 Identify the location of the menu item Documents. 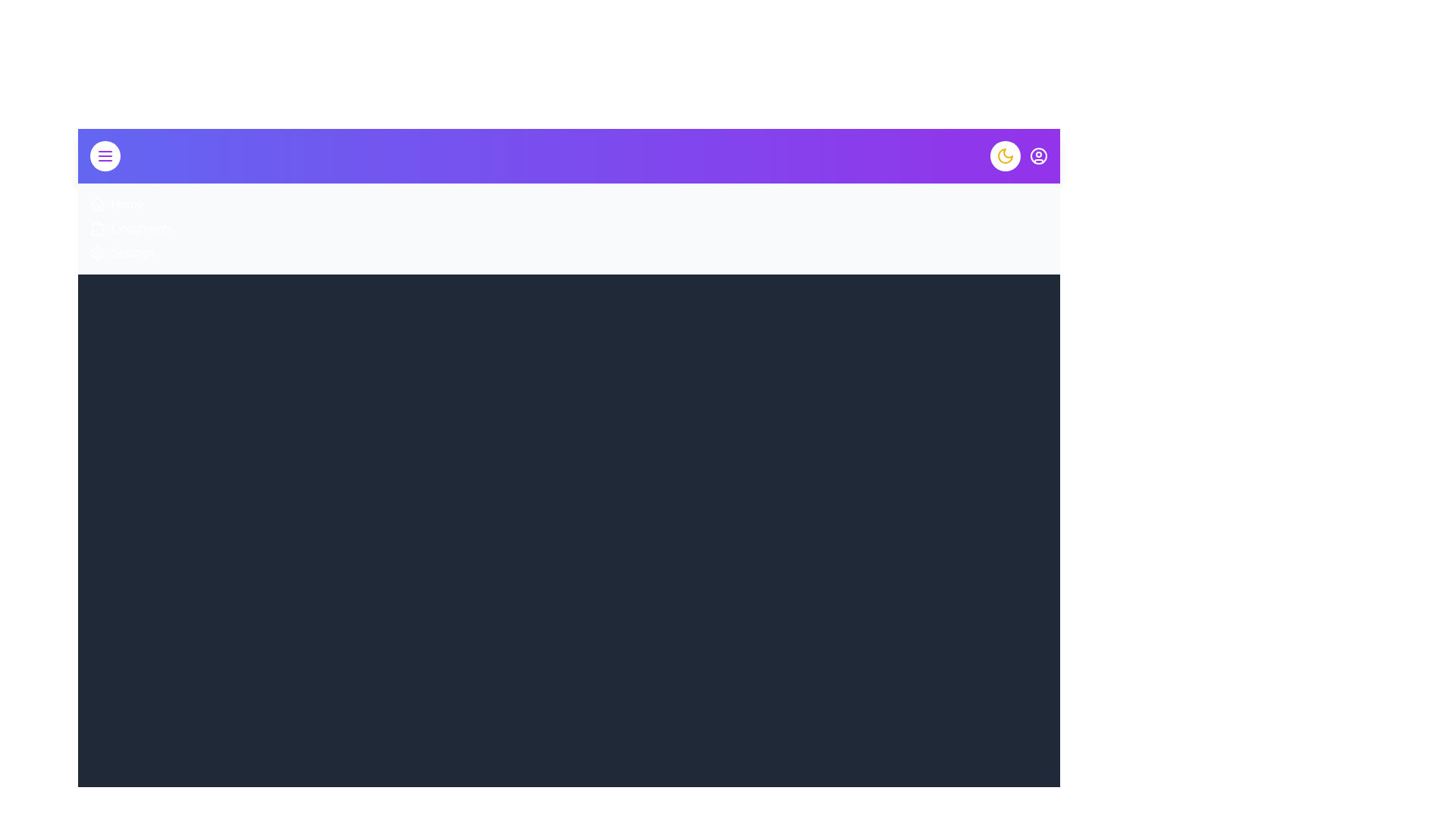
(142, 228).